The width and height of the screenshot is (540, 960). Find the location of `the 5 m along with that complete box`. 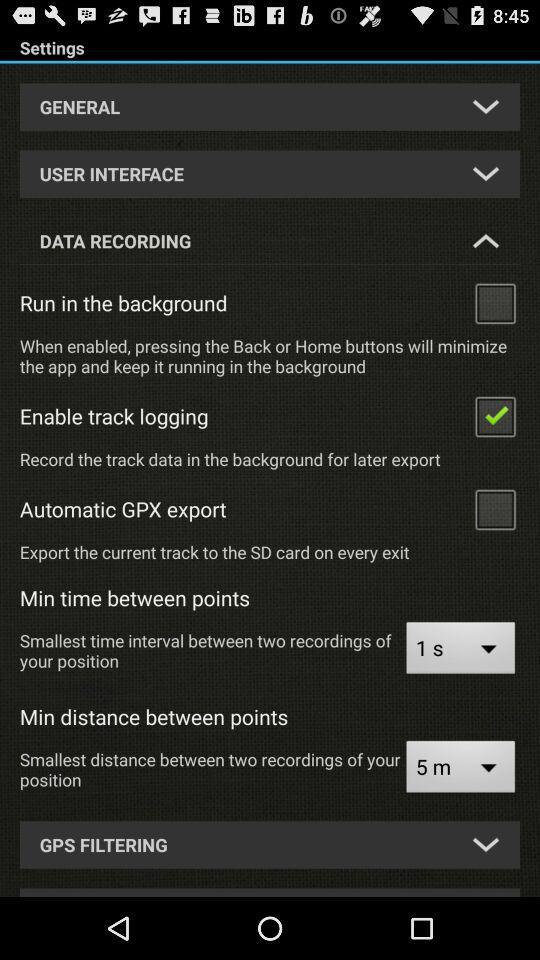

the 5 m along with that complete box is located at coordinates (460, 768).